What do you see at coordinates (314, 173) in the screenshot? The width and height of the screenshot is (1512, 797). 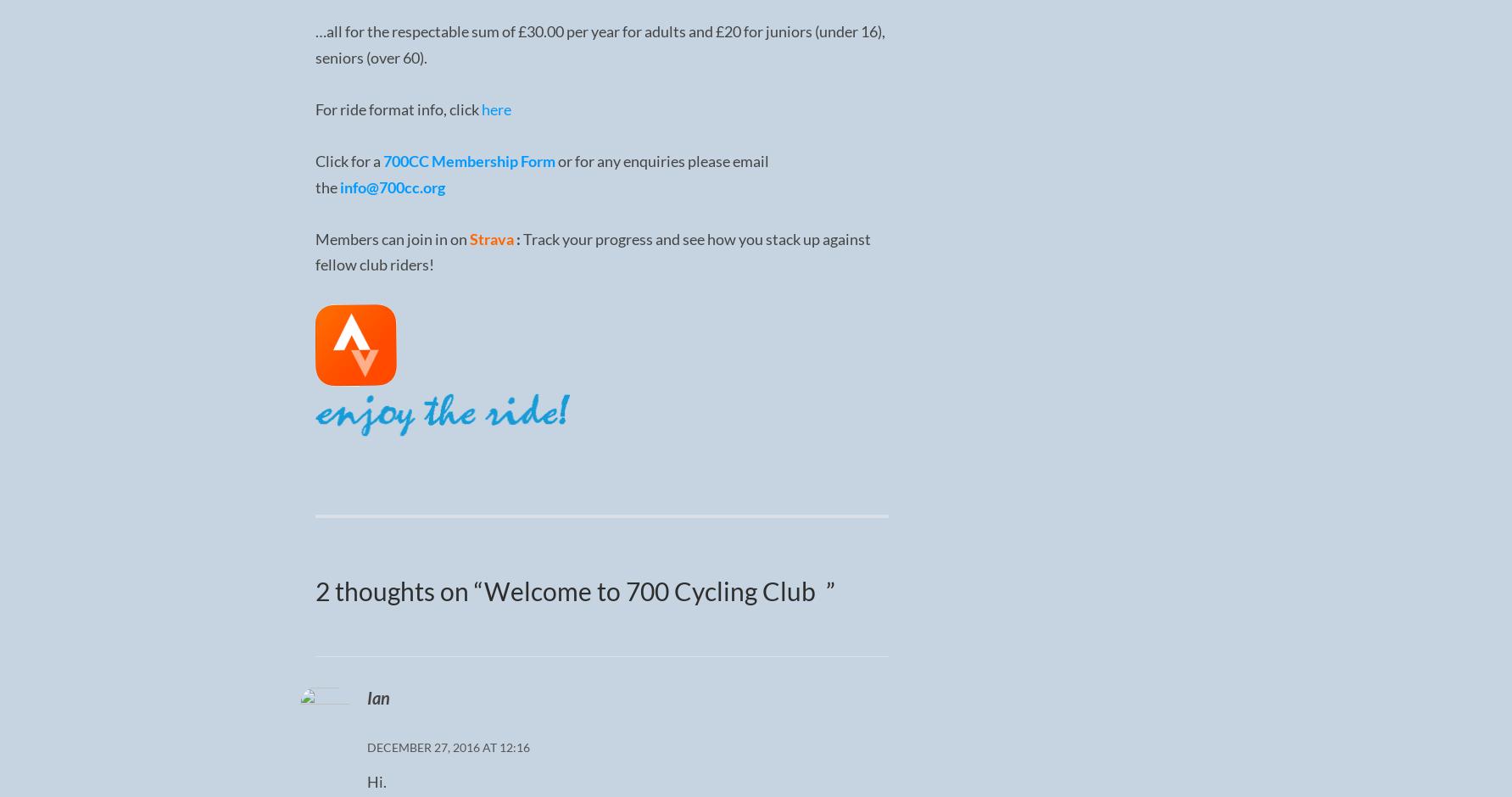 I see `'or for any enquiries please email the'` at bounding box center [314, 173].